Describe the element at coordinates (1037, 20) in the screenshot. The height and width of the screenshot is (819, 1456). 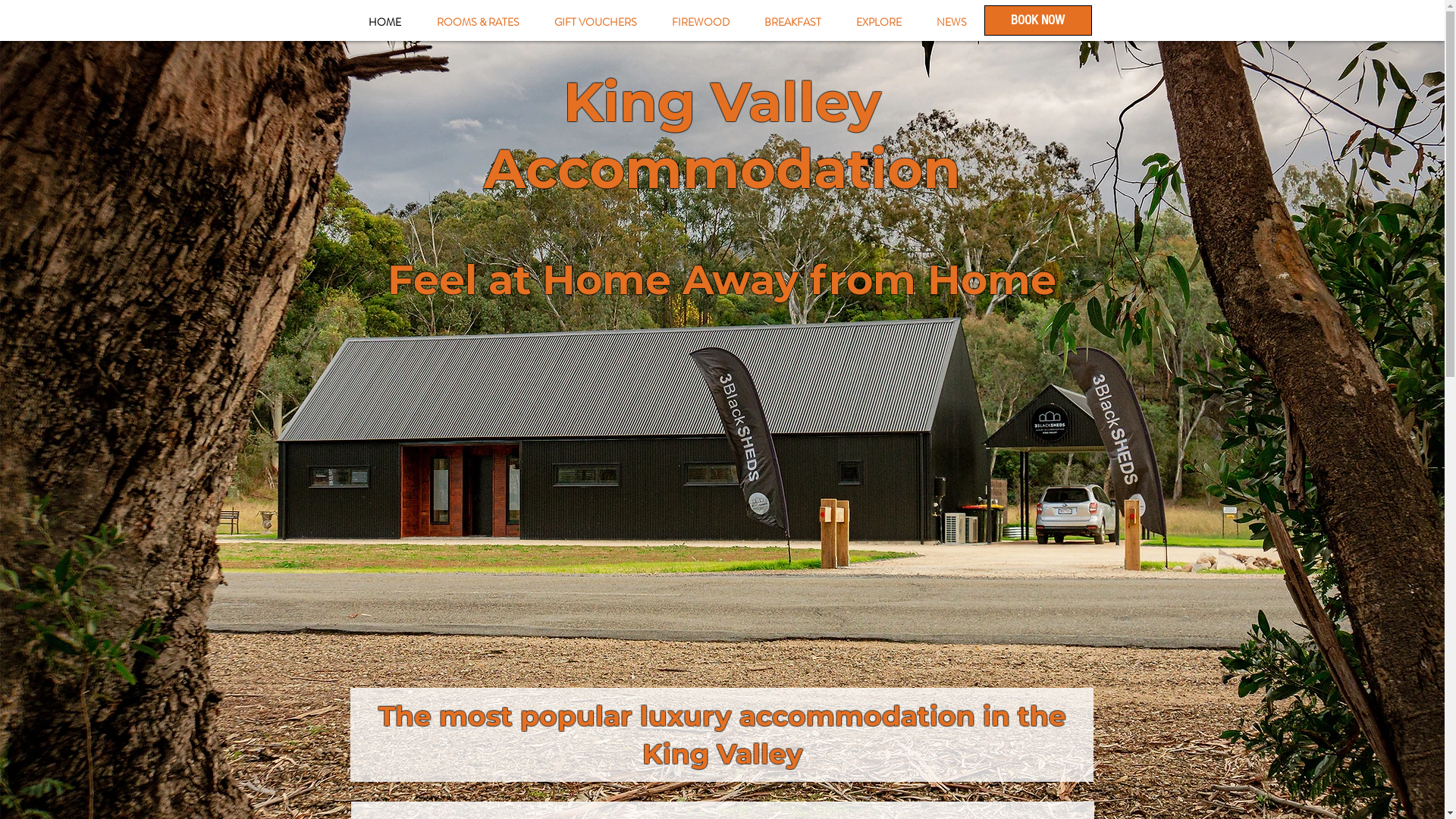
I see `'BOOK NOW'` at that location.